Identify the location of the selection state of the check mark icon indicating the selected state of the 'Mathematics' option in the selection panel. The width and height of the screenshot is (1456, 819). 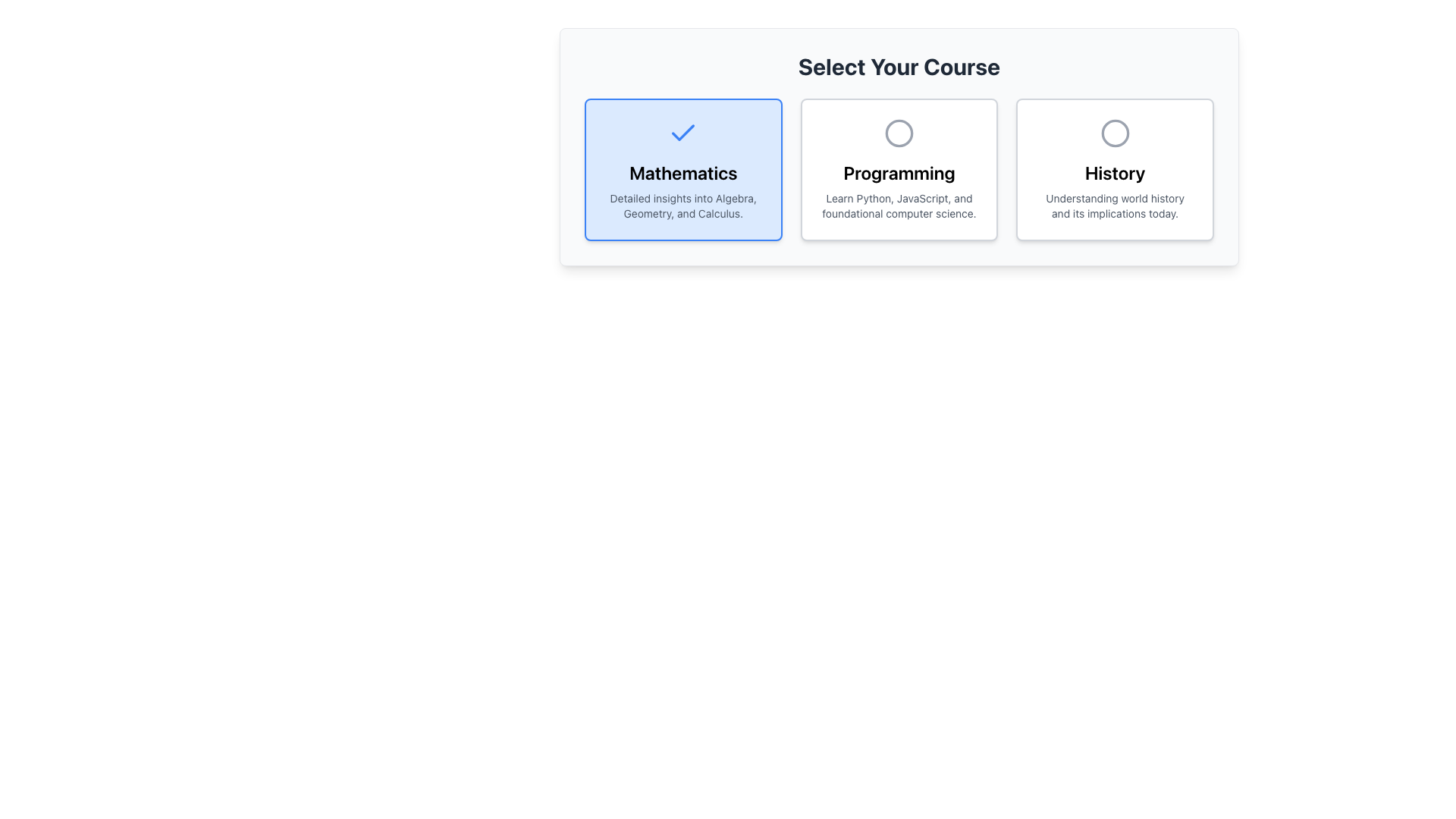
(682, 133).